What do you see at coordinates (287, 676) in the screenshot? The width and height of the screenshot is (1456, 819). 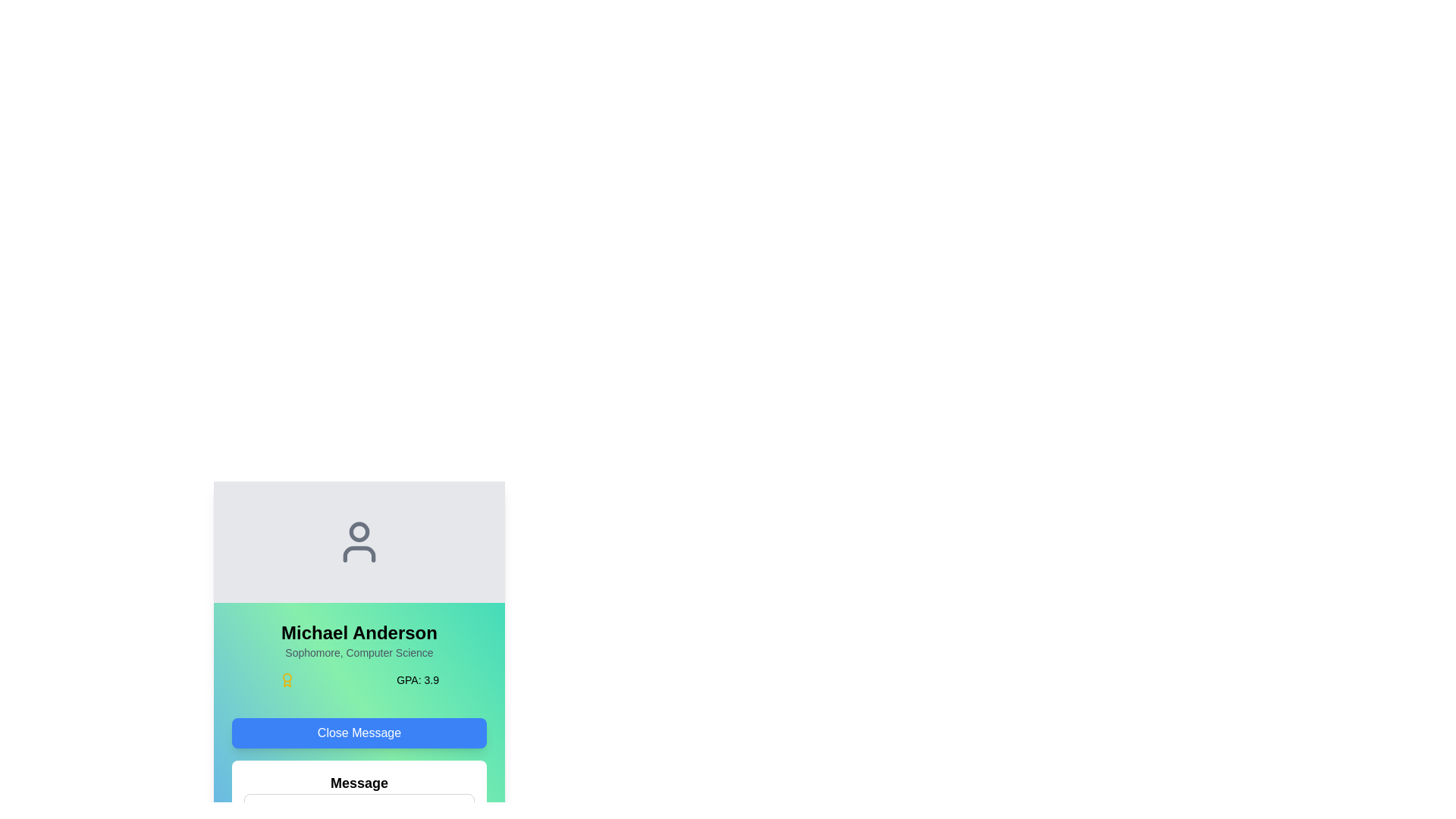 I see `the circular SVG graphic element with a yellow stroke located inside the profile icon to the left of the text 'Michael Anderson'` at bounding box center [287, 676].